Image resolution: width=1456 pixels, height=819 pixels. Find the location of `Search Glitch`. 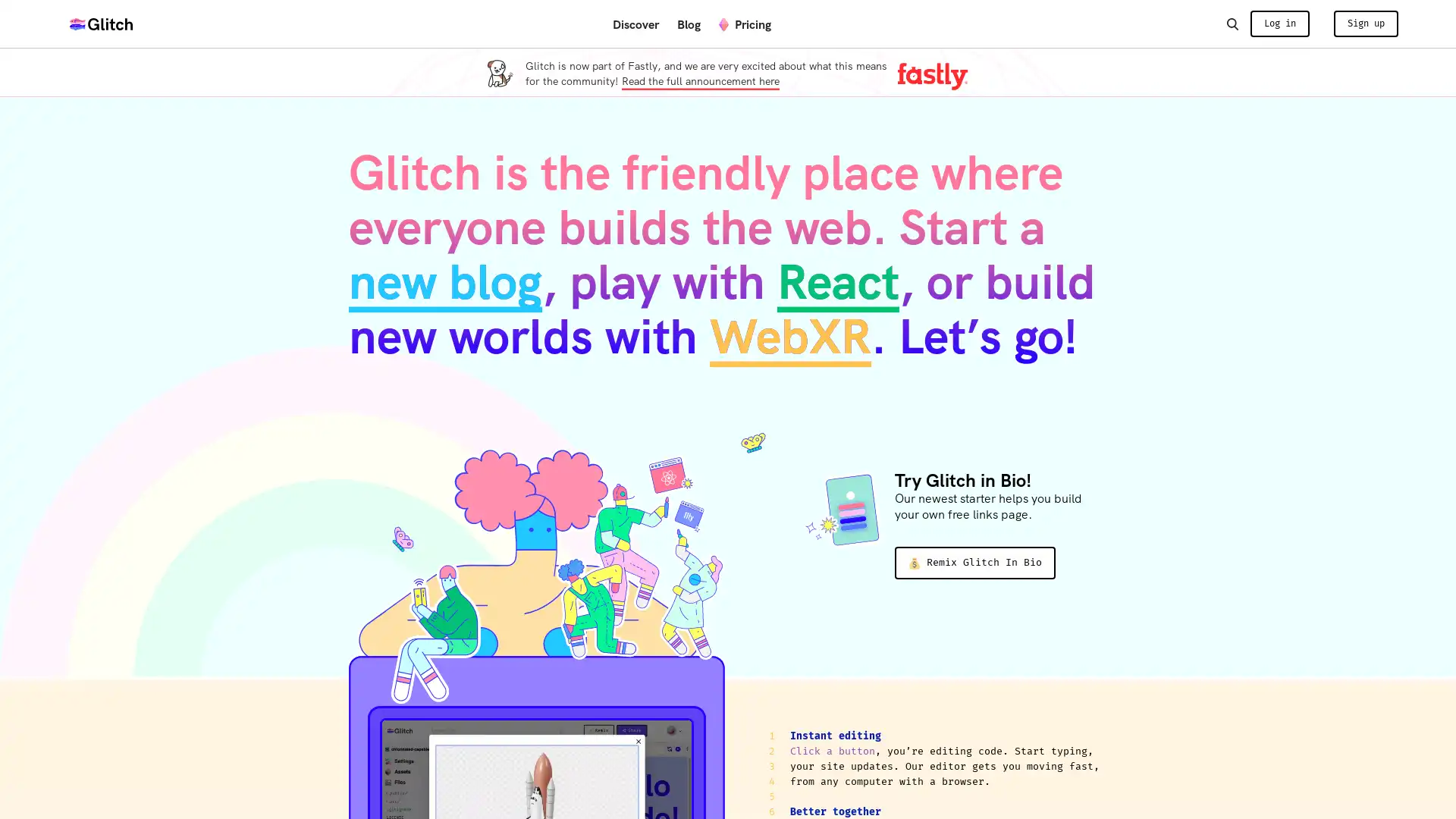

Search Glitch is located at coordinates (1232, 23).